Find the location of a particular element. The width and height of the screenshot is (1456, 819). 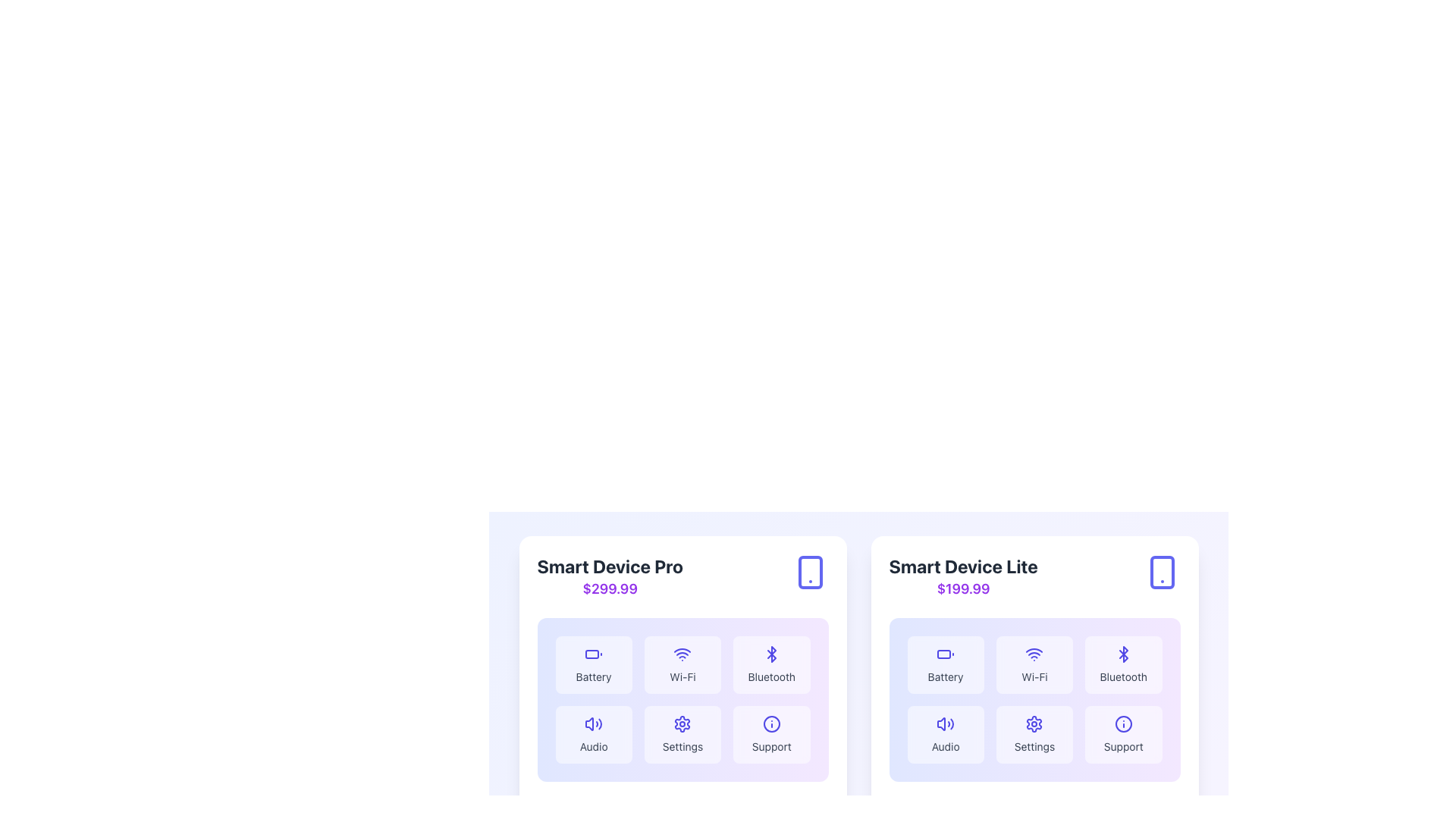

the settings icon located is located at coordinates (1034, 723).